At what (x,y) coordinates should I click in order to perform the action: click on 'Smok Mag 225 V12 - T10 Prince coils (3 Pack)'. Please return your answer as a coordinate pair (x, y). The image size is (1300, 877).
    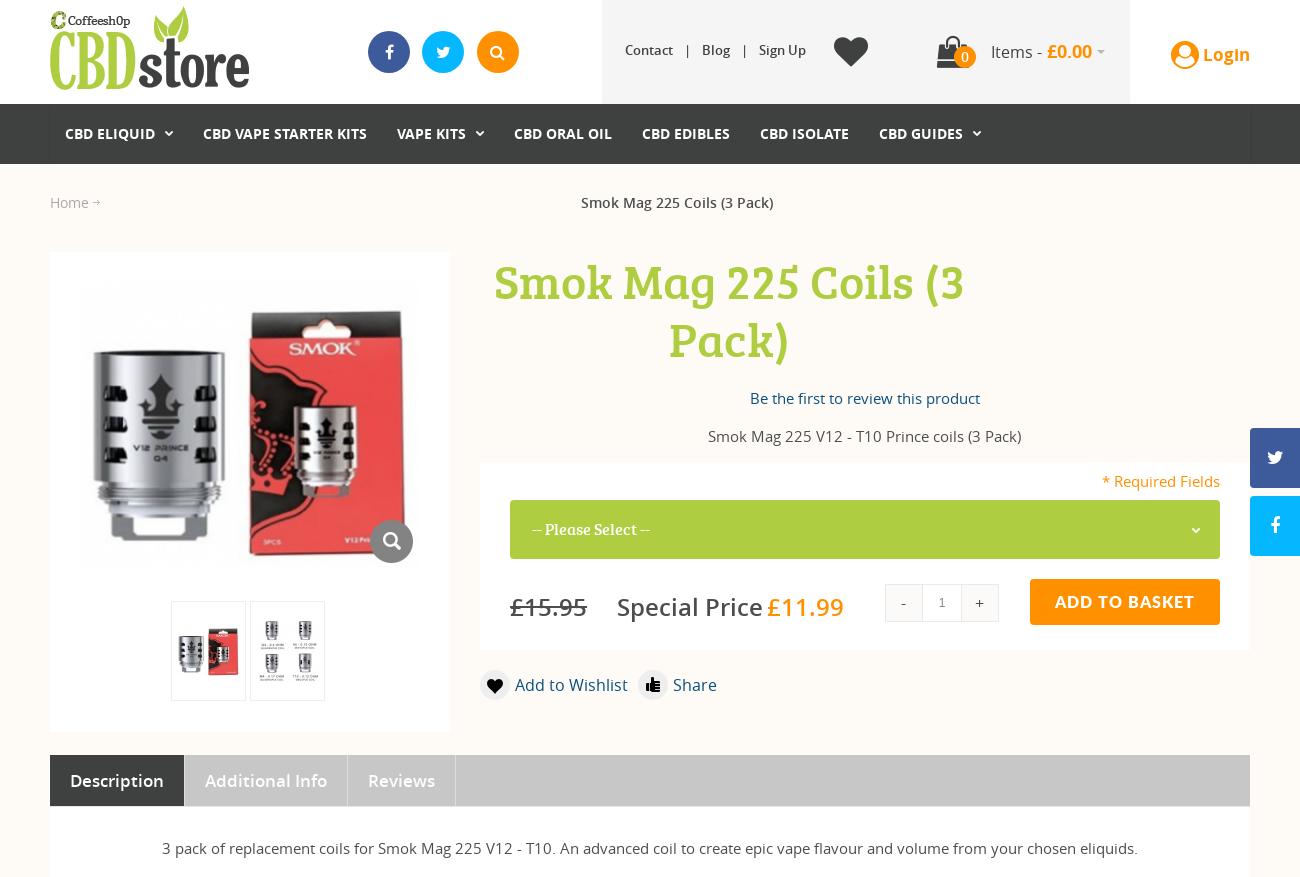
    Looking at the image, I should click on (864, 433).